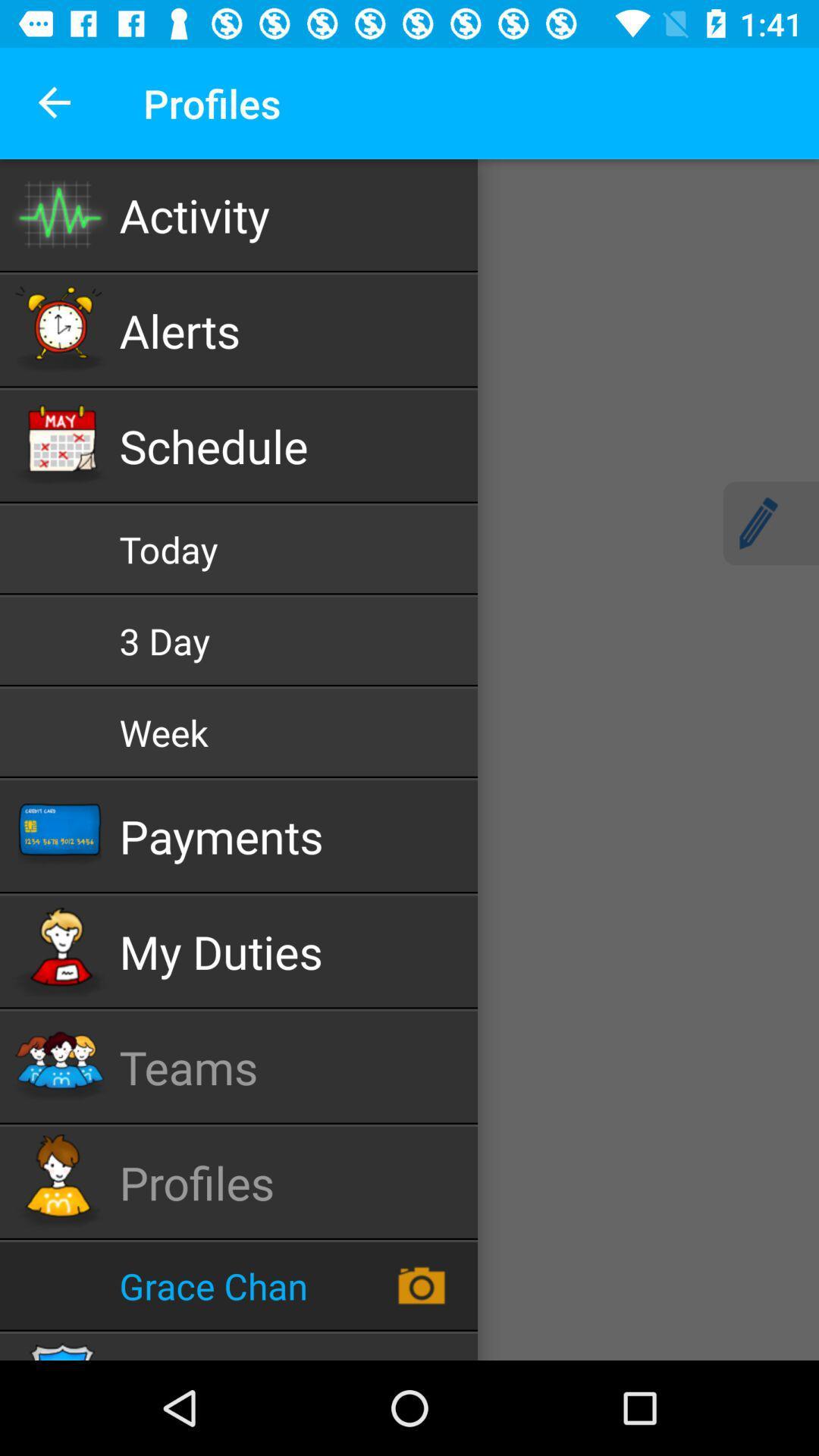  I want to click on tap the icon just left to the activity, so click(58, 214).